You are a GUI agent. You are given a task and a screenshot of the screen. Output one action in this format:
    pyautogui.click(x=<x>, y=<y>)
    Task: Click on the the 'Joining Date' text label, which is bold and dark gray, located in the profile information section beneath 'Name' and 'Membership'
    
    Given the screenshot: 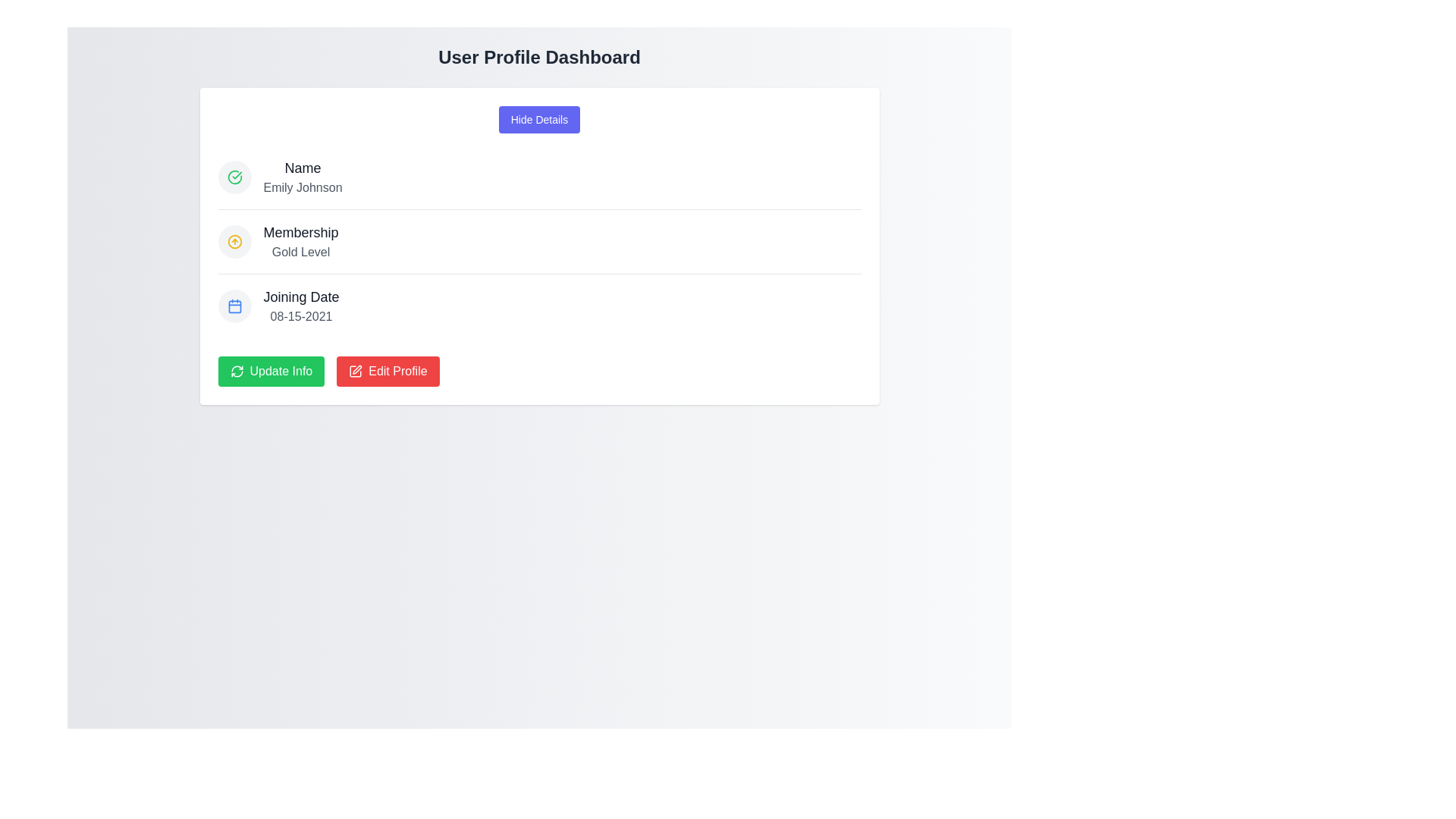 What is the action you would take?
    pyautogui.click(x=301, y=297)
    